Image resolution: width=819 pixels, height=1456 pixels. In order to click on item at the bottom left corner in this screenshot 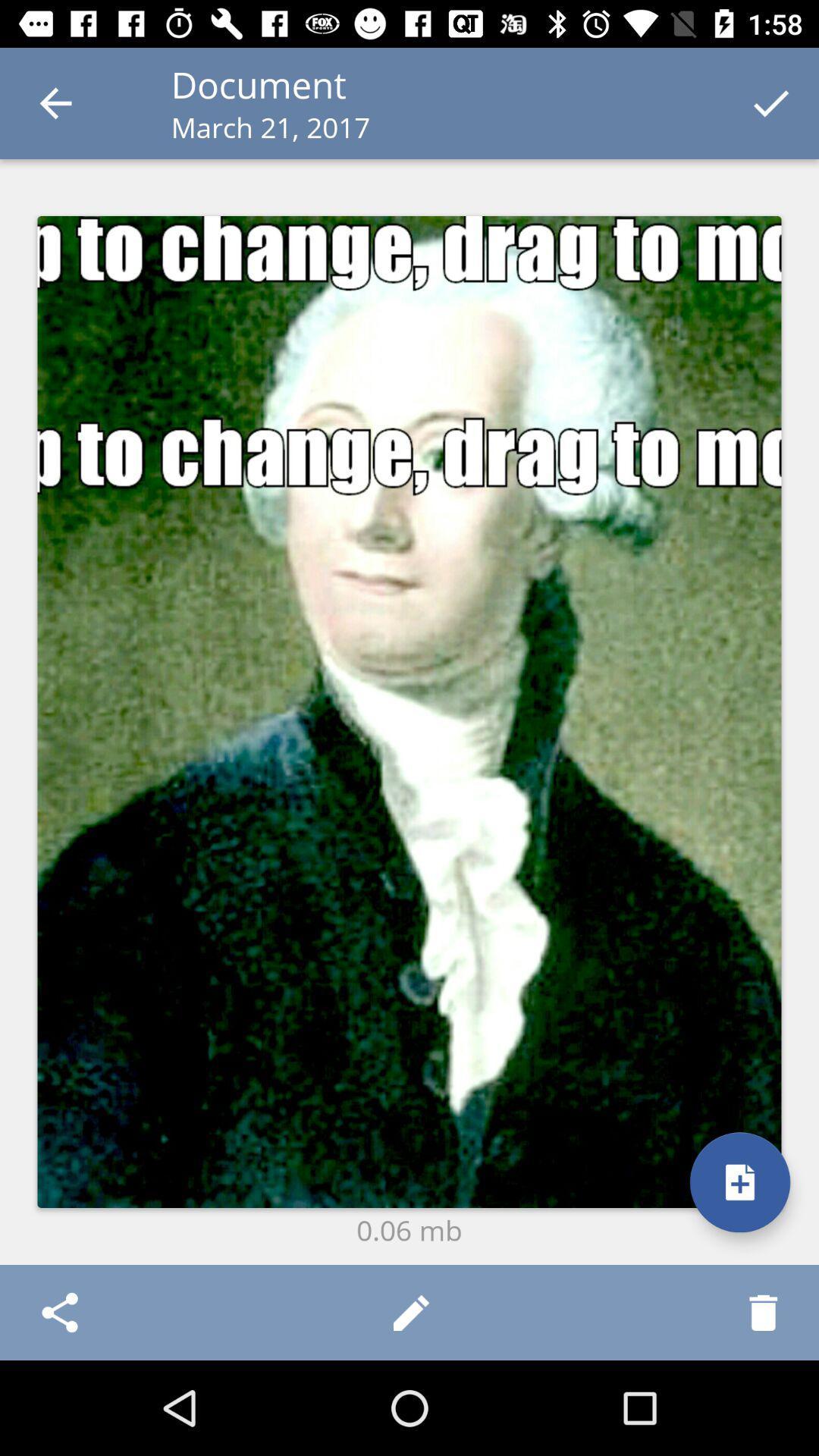, I will do `click(58, 1312)`.